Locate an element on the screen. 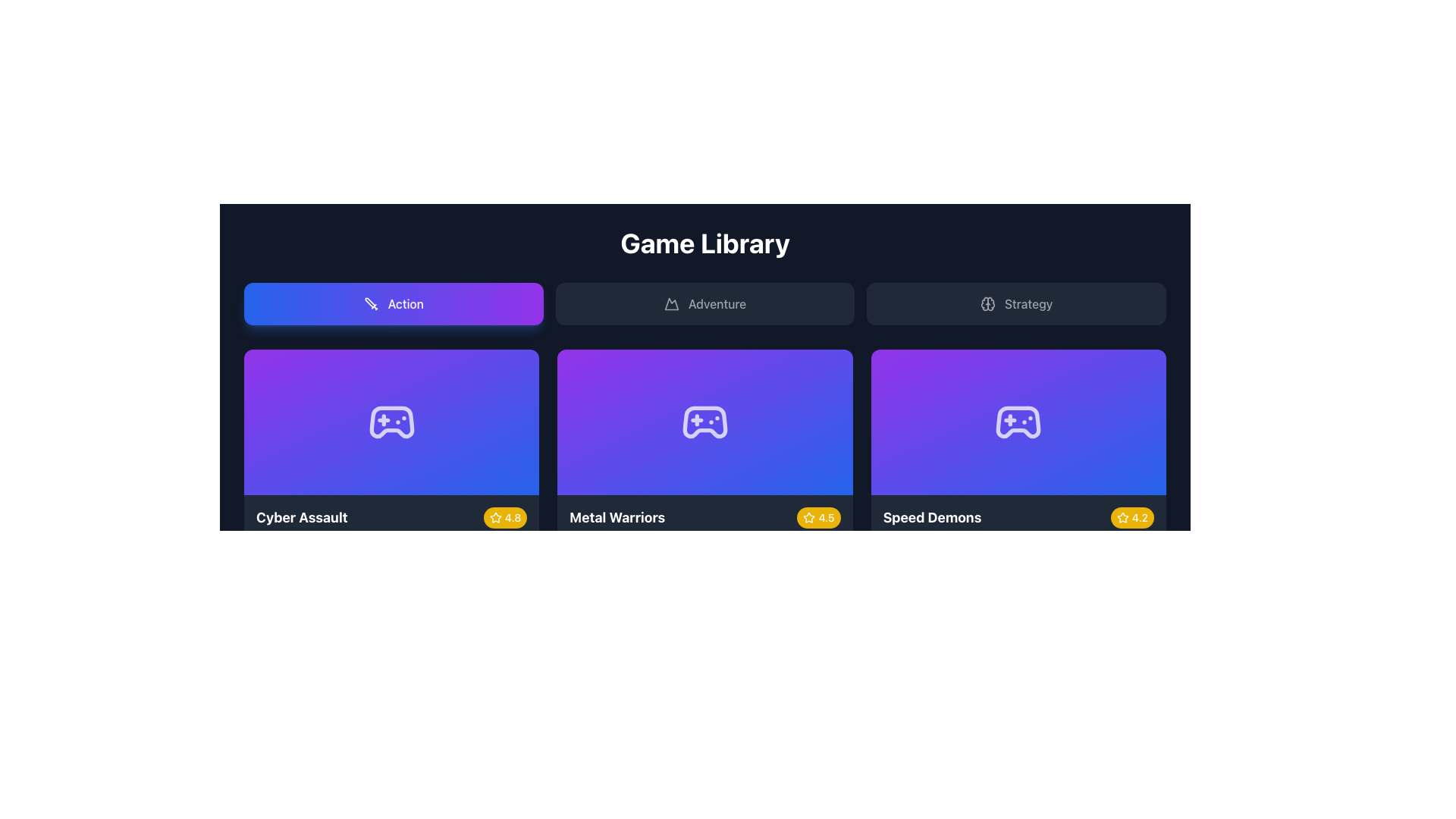 The image size is (1456, 819). the visual thumbnail for the game 'Metal Warriors' located in the second panel of the game selection row in the 'Game Library' section is located at coordinates (704, 422).